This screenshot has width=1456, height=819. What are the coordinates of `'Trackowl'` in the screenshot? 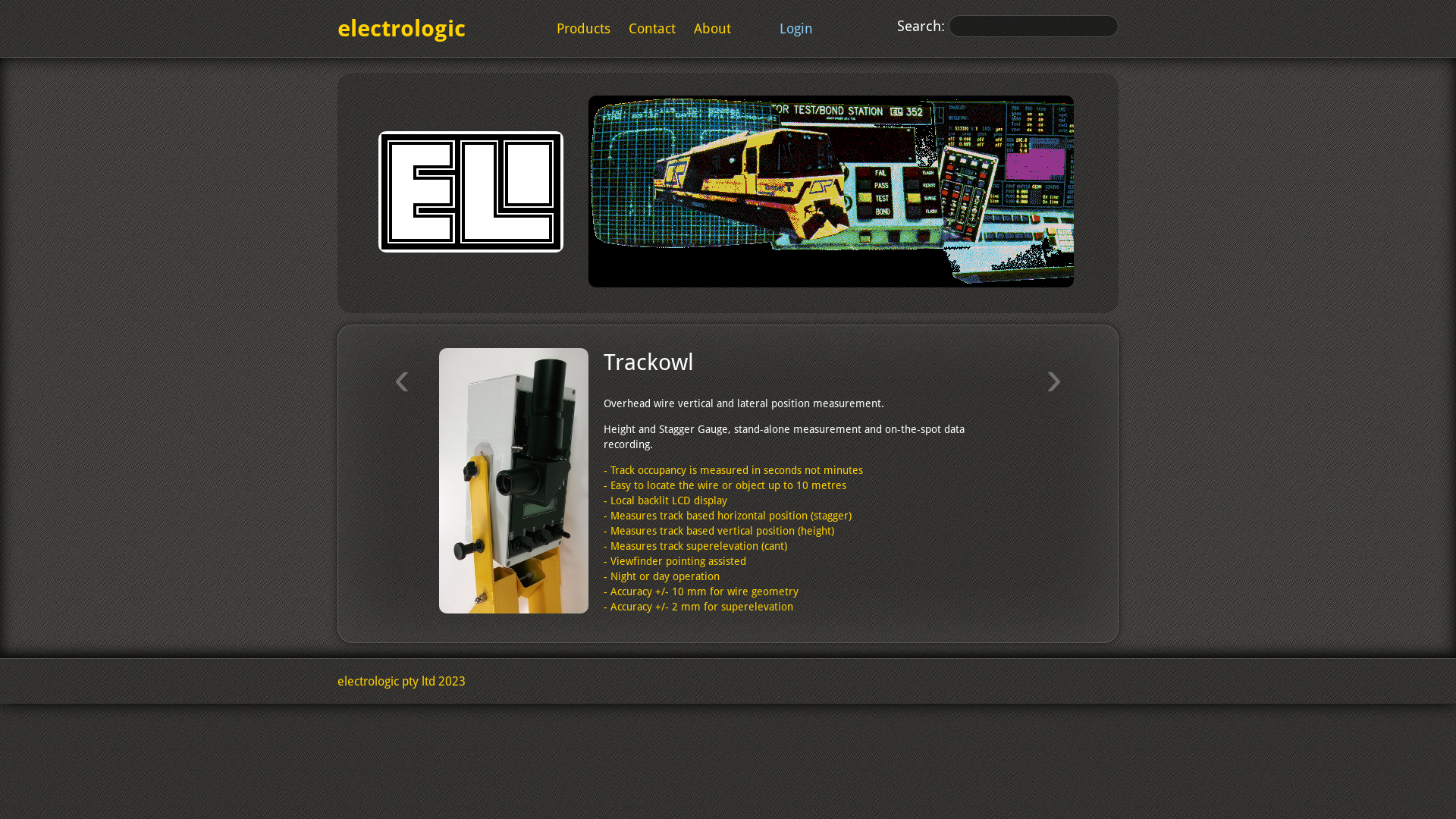 It's located at (648, 362).